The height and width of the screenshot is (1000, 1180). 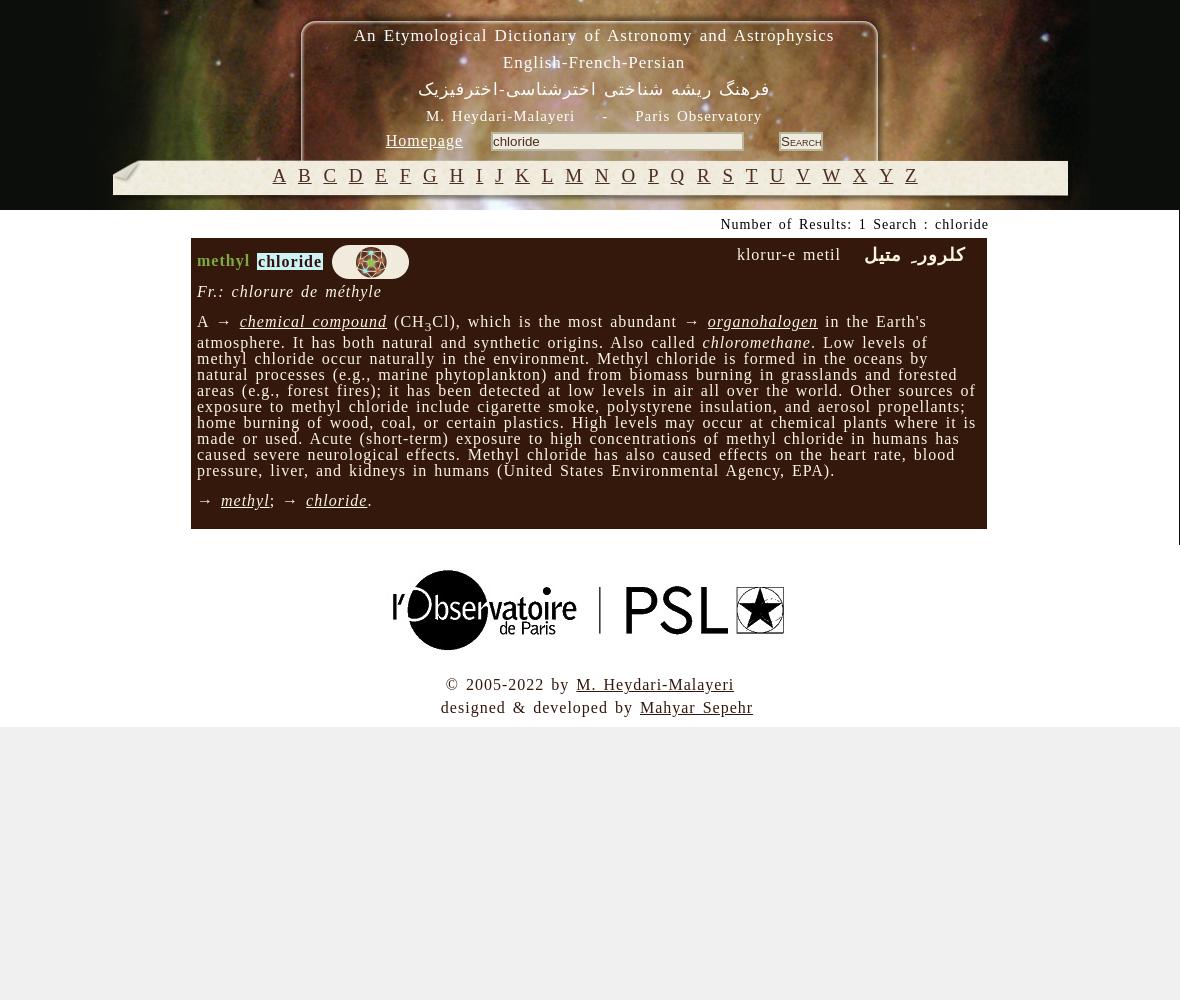 I want to click on 'P', so click(x=645, y=175).